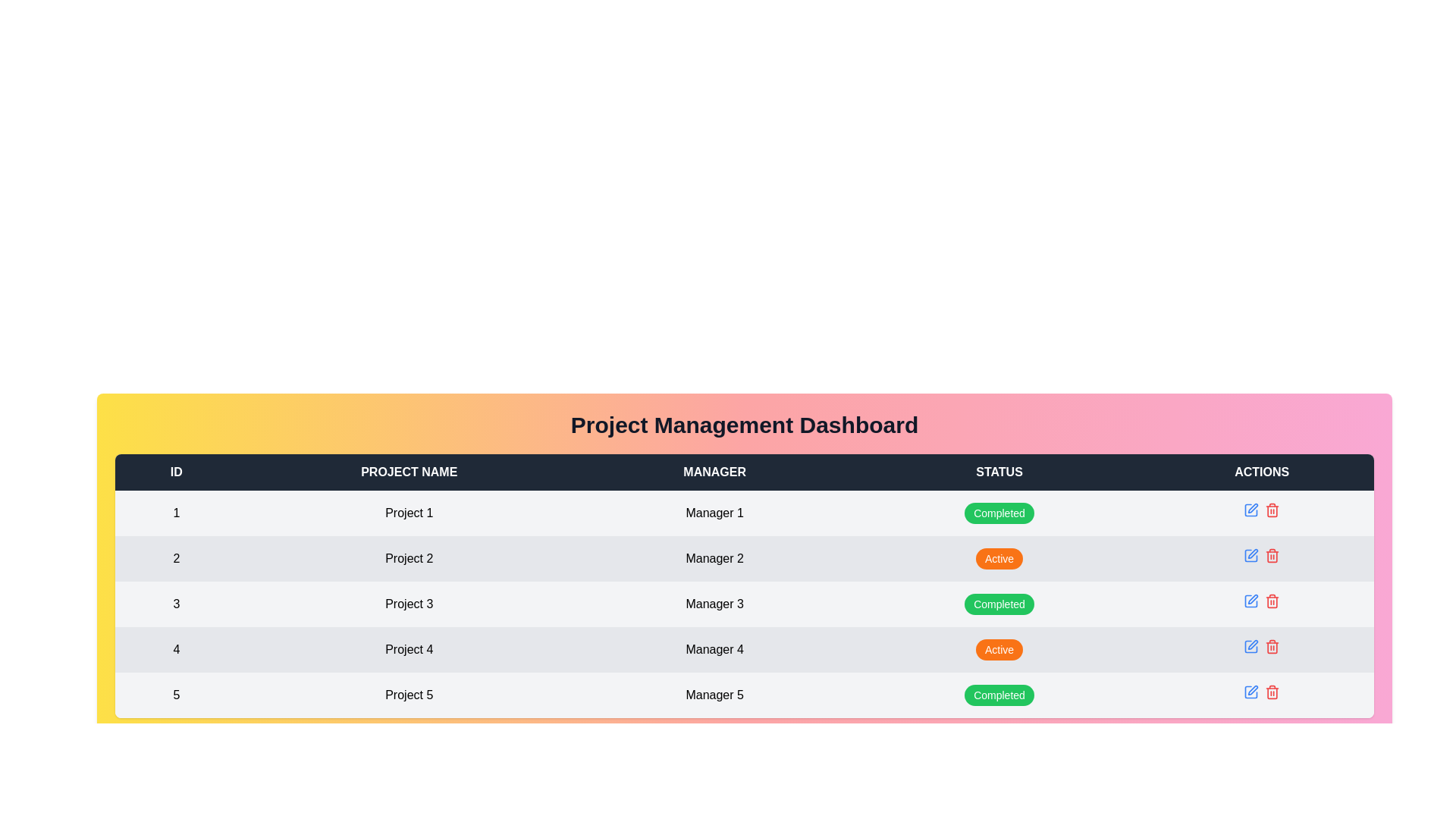 This screenshot has width=1456, height=819. I want to click on text content of the static text label displaying 'Project 5' located in the fifth row of the table under the 'PROJECT NAME' column, so click(409, 695).